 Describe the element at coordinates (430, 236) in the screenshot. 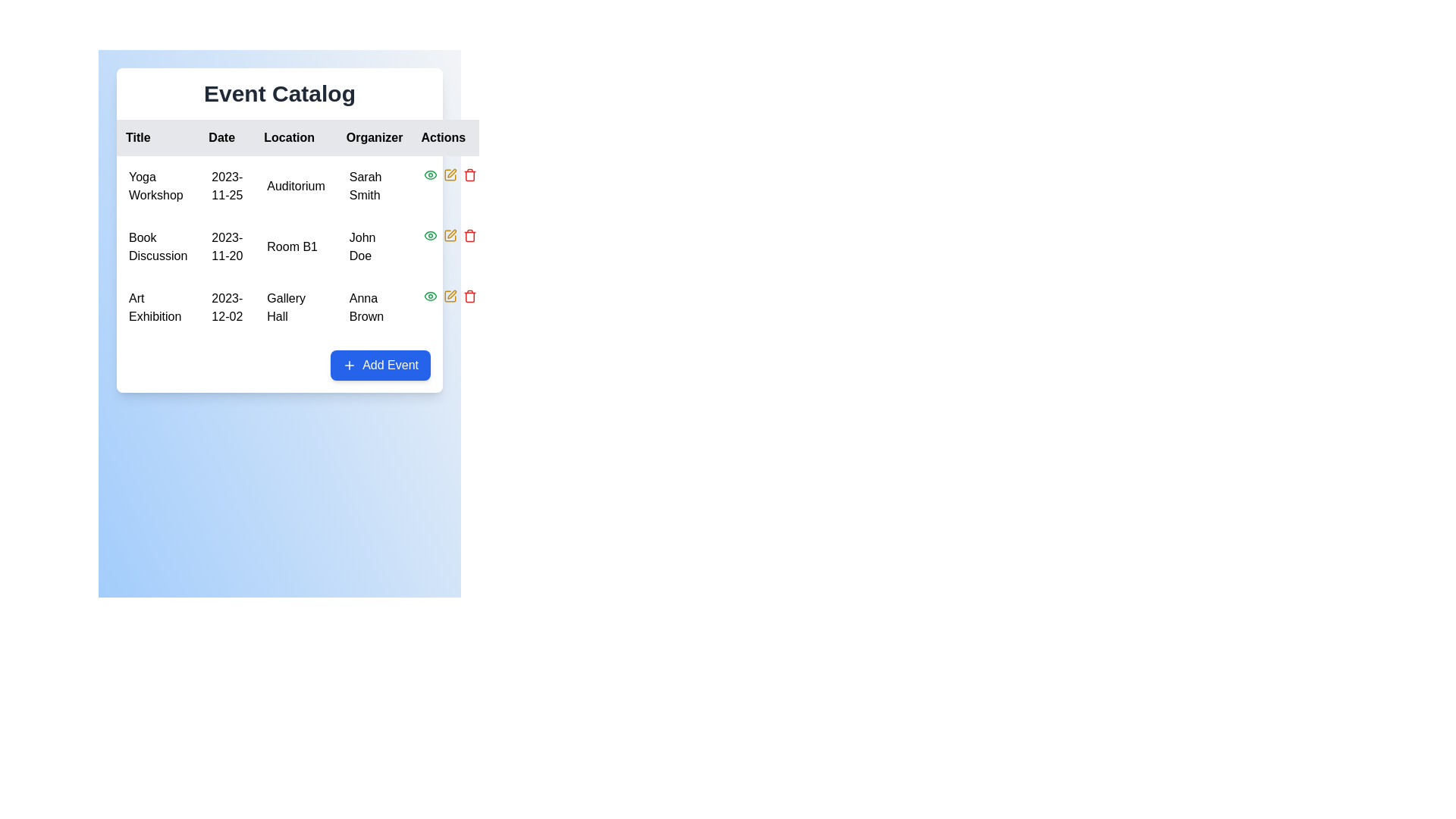

I see `the green eye icon button located in the 'Actions' column of the second row in the event table` at that location.